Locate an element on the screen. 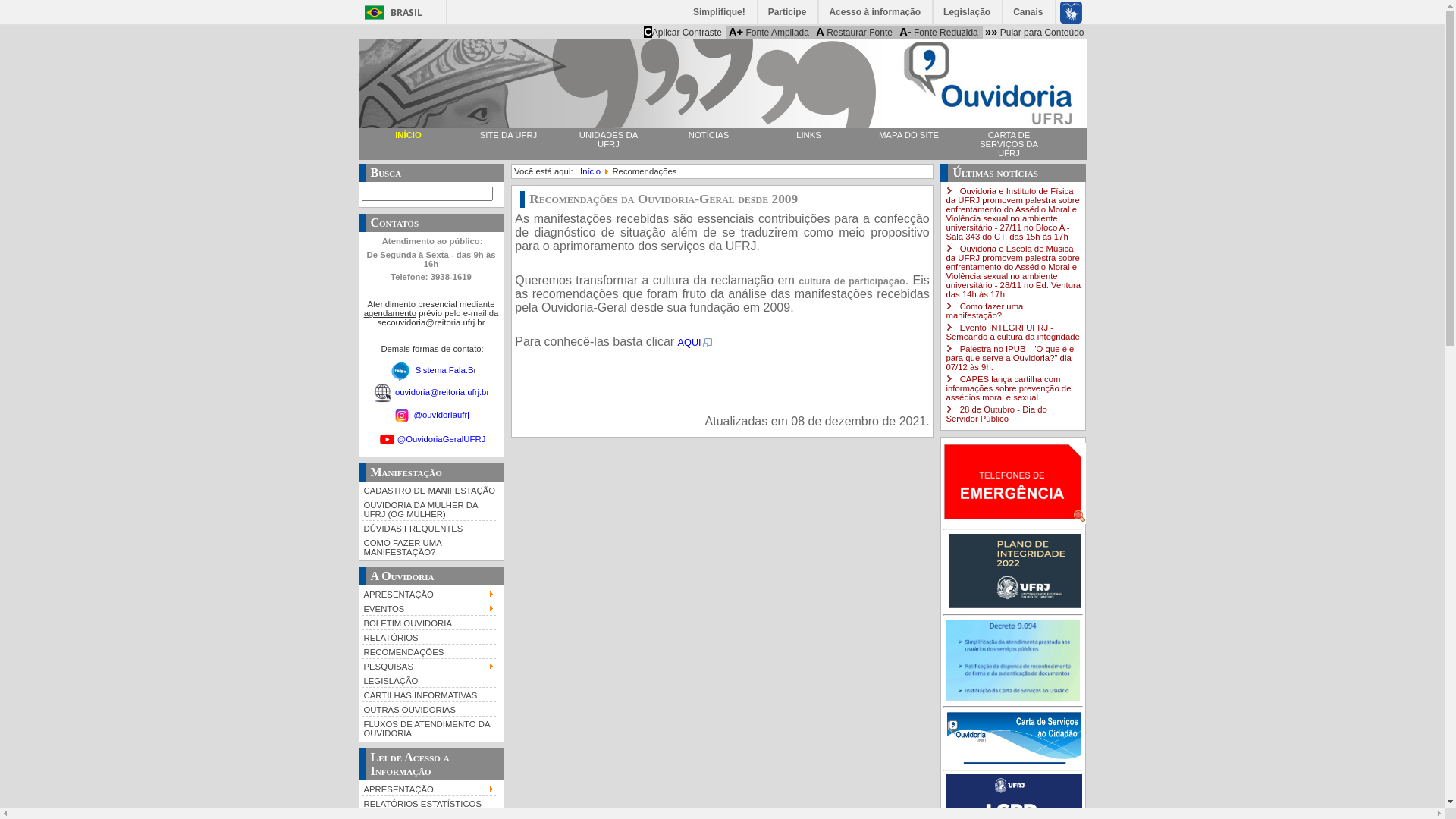  'LINKS' is located at coordinates (807, 133).